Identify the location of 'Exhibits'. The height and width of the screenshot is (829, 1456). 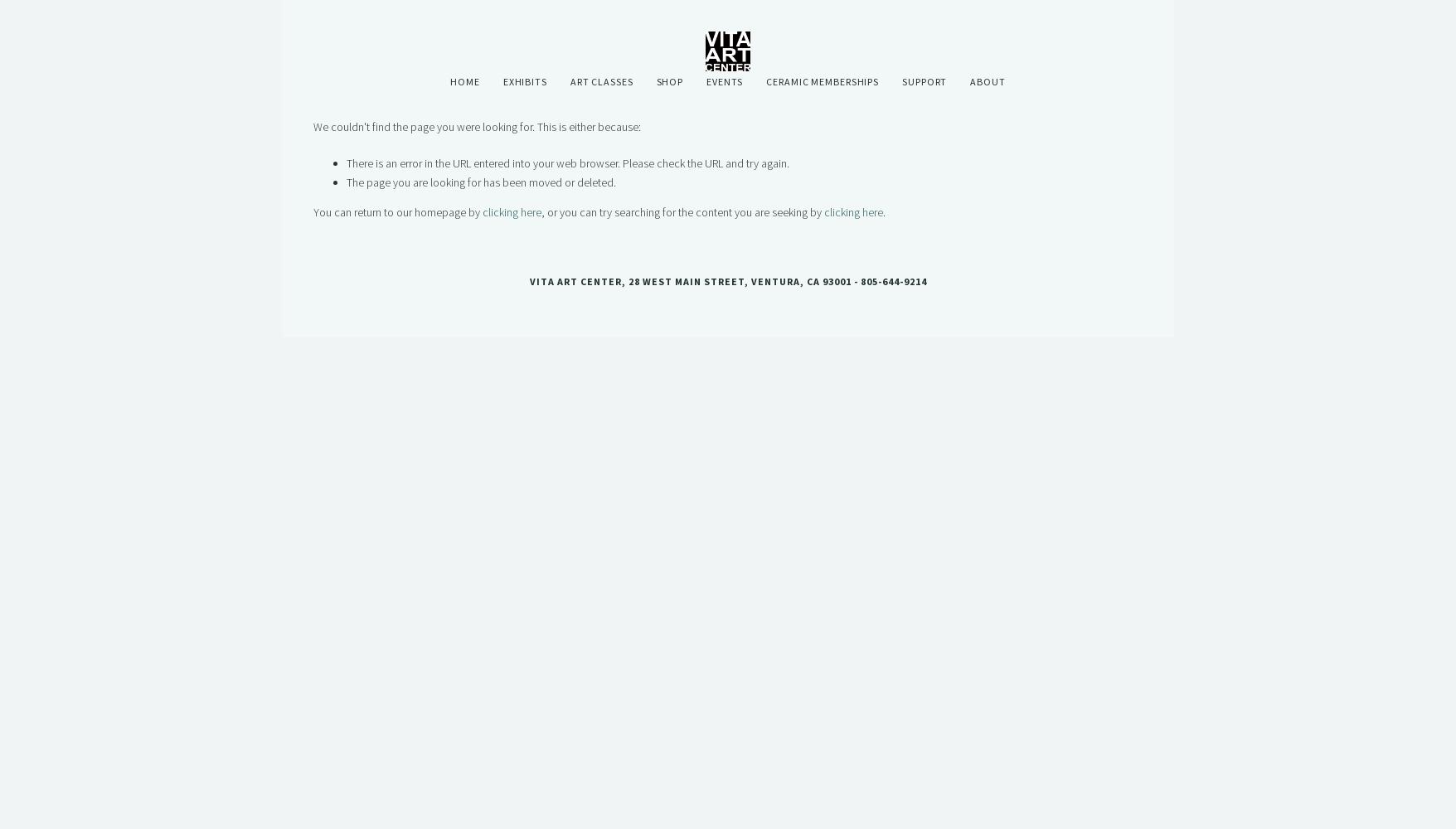
(501, 80).